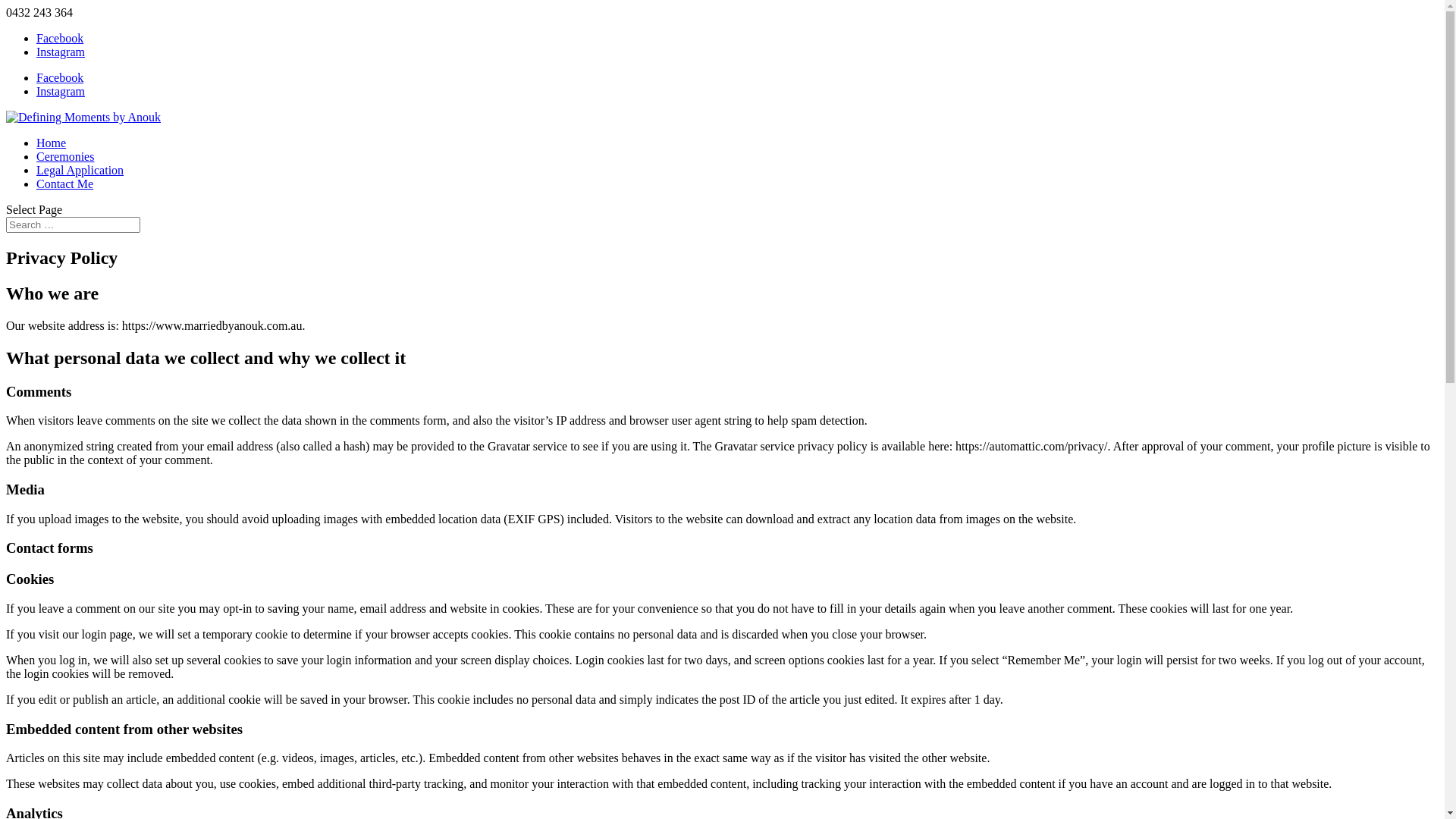  What do you see at coordinates (61, 91) in the screenshot?
I see `'Instagram'` at bounding box center [61, 91].